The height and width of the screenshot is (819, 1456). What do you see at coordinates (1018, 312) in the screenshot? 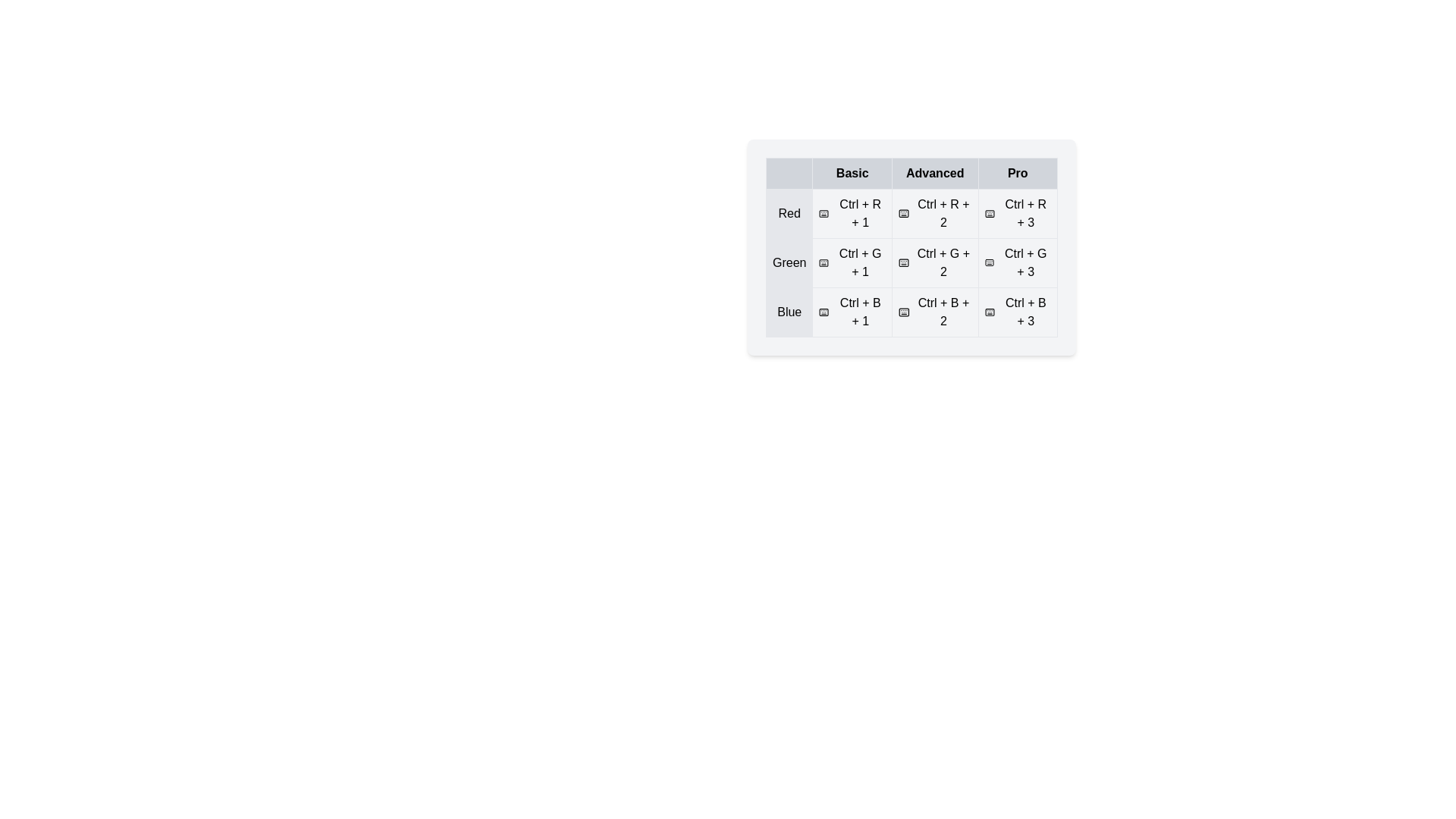
I see `the shortcut information of the text label reading 'Ctrl + B + 3' with a keyboard icon located in the bottom-right corner of the grid structure in the 'Pro' column of the 'Blue' row` at bounding box center [1018, 312].